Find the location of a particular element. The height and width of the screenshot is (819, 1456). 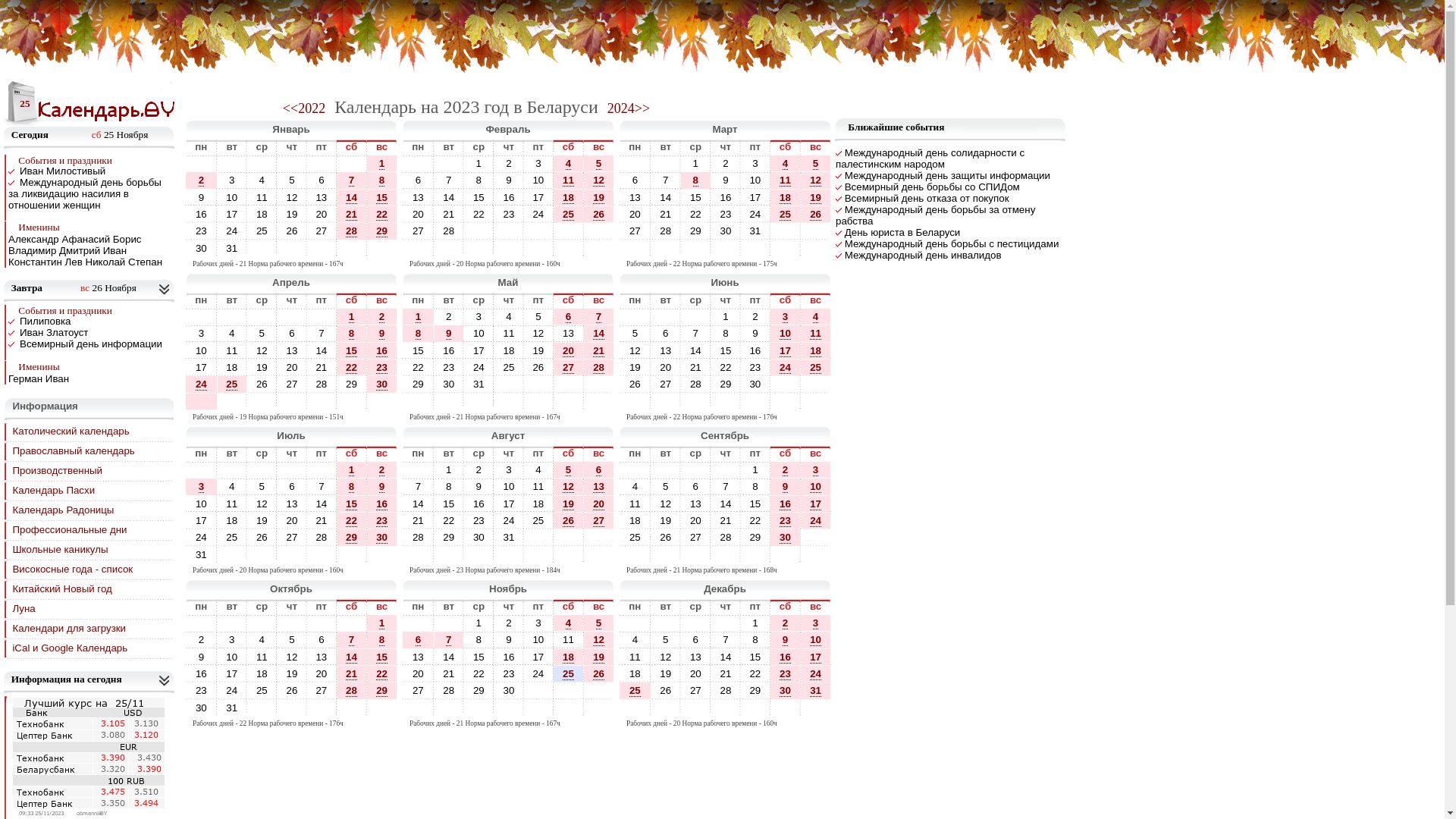

'28' is located at coordinates (447, 231).